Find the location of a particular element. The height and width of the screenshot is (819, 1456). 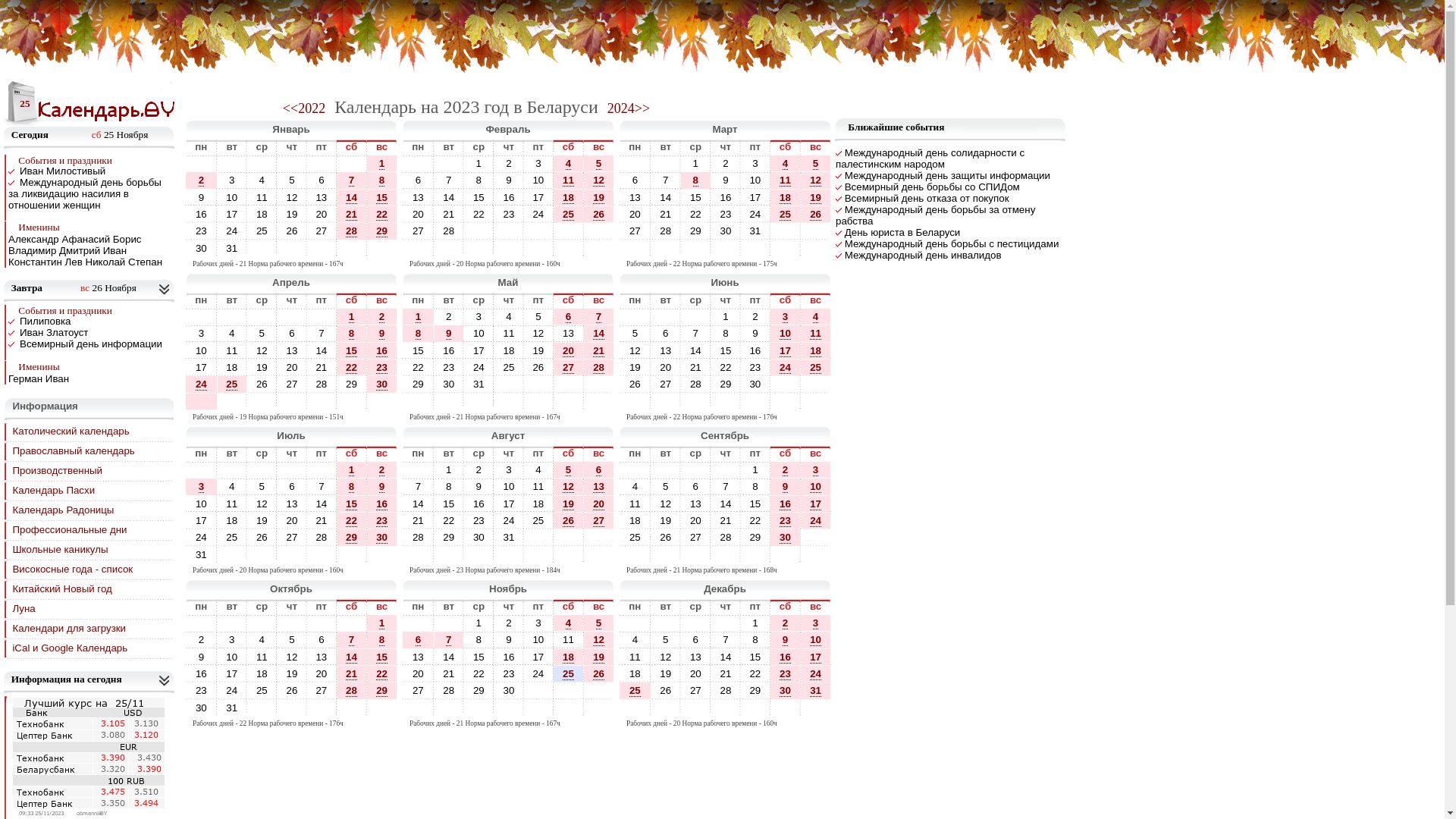

'28' is located at coordinates (447, 231).